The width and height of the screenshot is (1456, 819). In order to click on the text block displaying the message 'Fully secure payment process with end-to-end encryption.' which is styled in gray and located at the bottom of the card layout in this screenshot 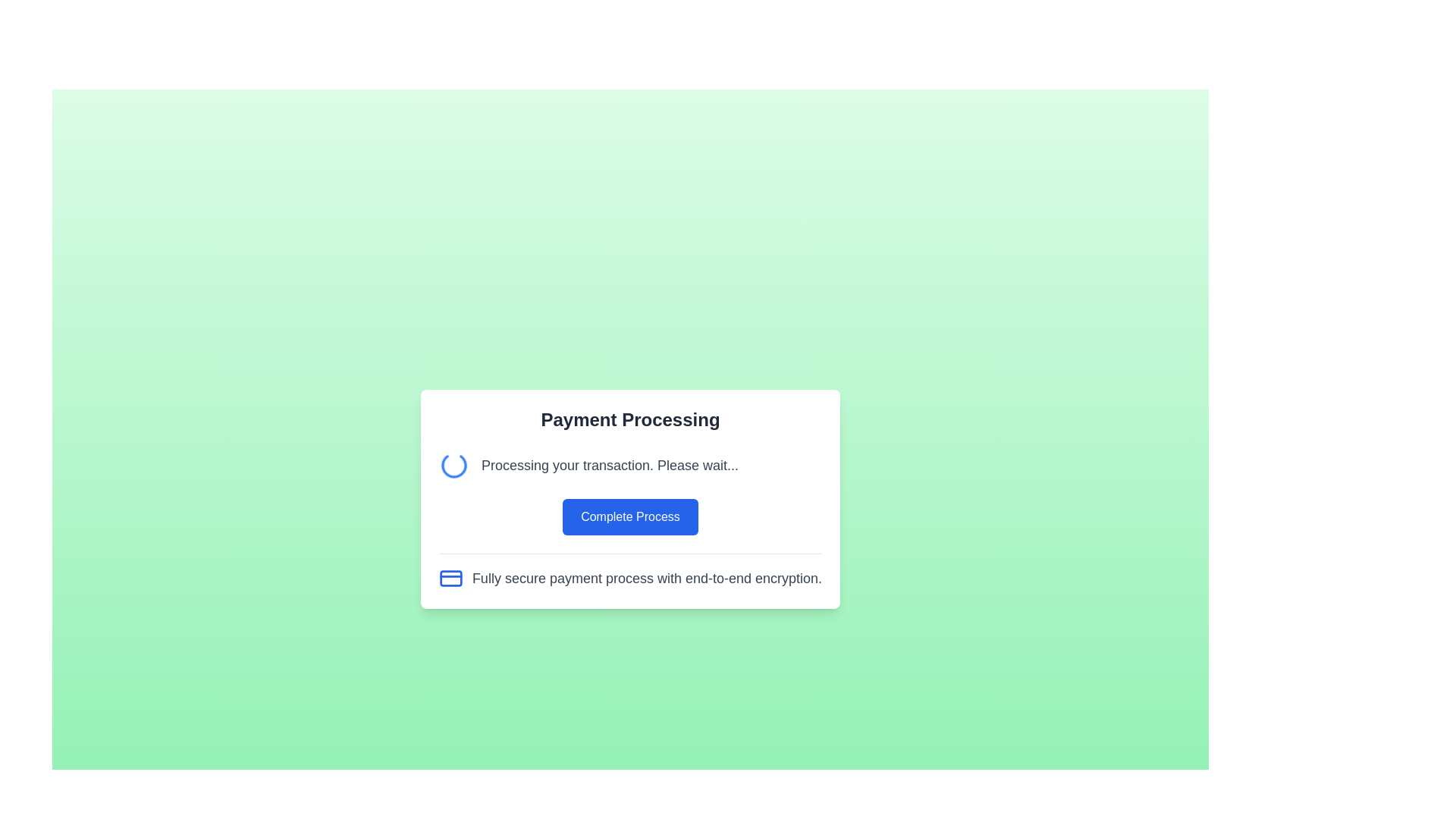, I will do `click(647, 578)`.